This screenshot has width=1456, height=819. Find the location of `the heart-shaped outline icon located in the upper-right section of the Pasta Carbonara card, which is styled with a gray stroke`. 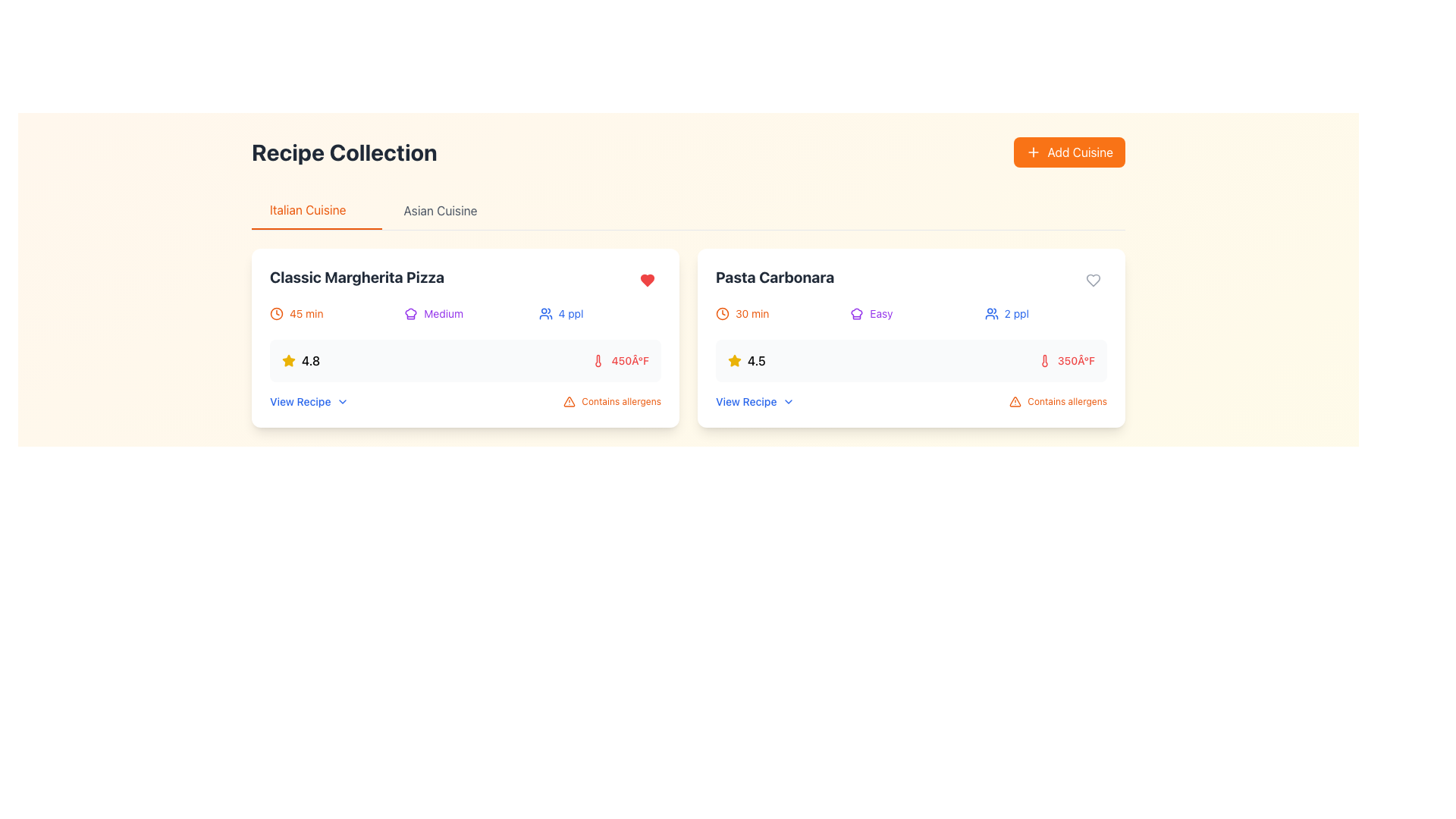

the heart-shaped outline icon located in the upper-right section of the Pasta Carbonara card, which is styled with a gray stroke is located at coordinates (1093, 281).